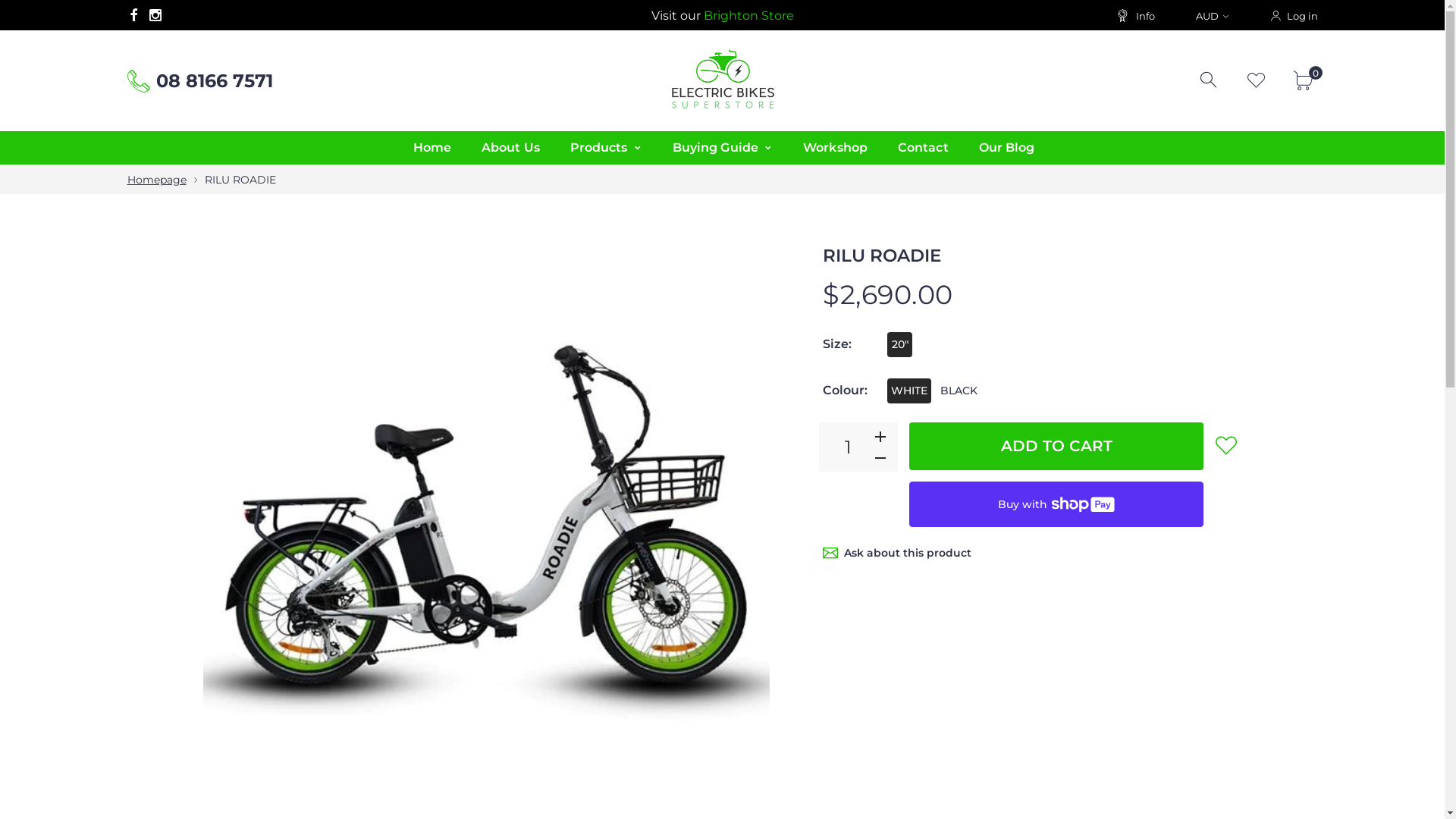 This screenshot has width=1456, height=819. What do you see at coordinates (605, 148) in the screenshot?
I see `'Products'` at bounding box center [605, 148].